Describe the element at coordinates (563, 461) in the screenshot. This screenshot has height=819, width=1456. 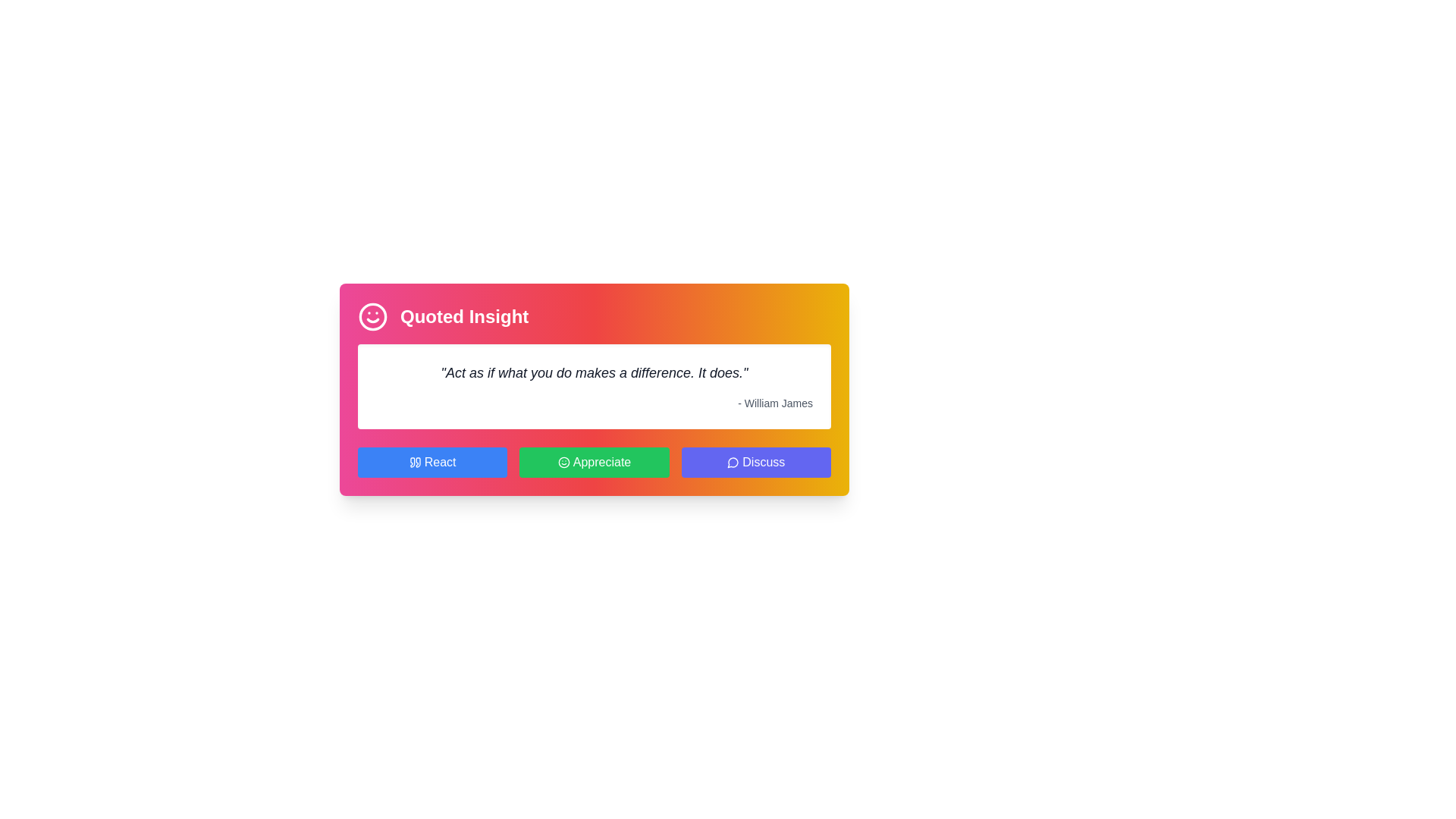
I see `the decorative icon located within the 'Appreciate' button, which is positioned at the center of the bottom row of action buttons in the insight card, to the left of the button's text label` at that location.